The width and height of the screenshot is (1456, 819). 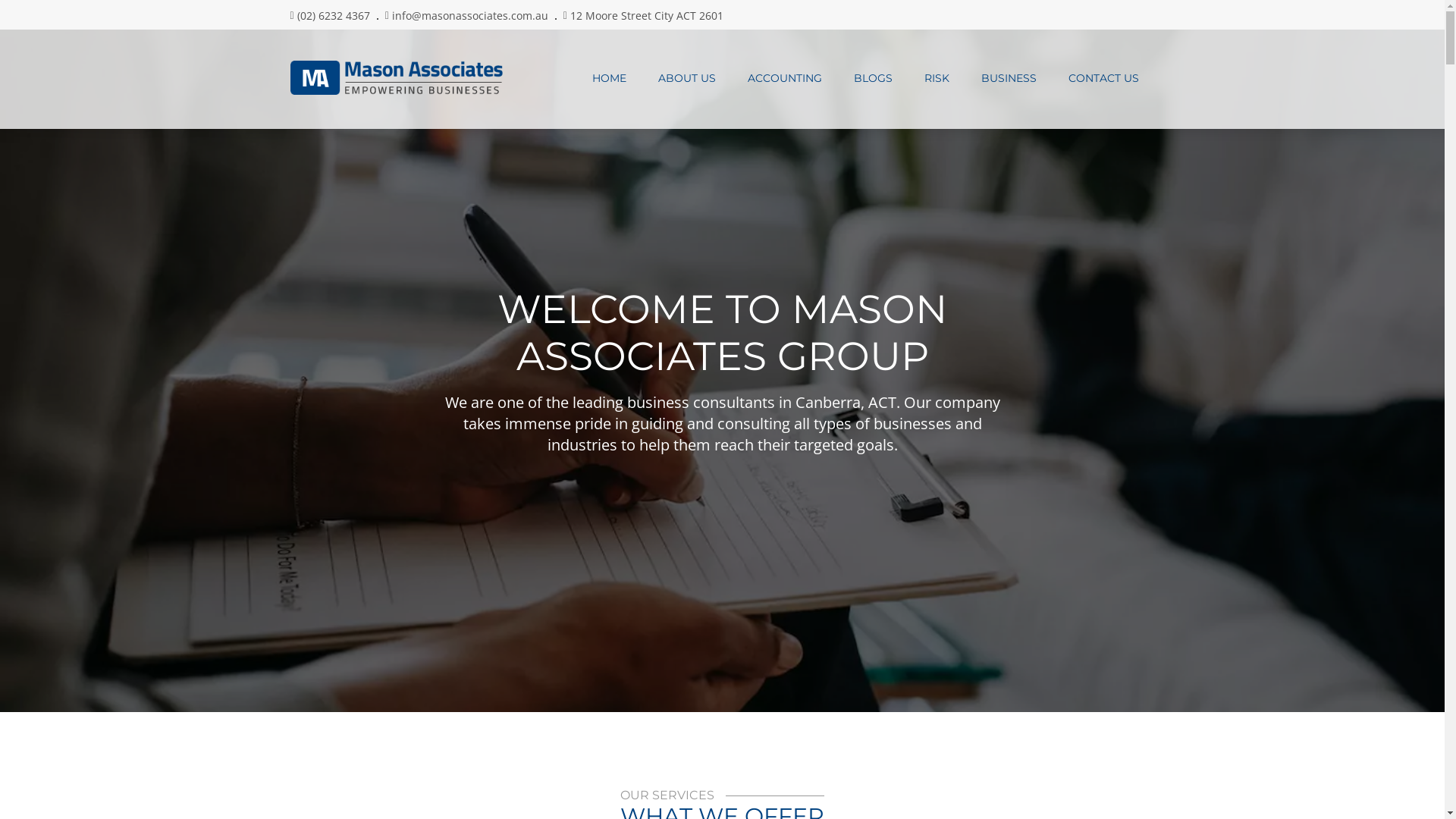 I want to click on 'ACCOUNTING', so click(x=731, y=78).